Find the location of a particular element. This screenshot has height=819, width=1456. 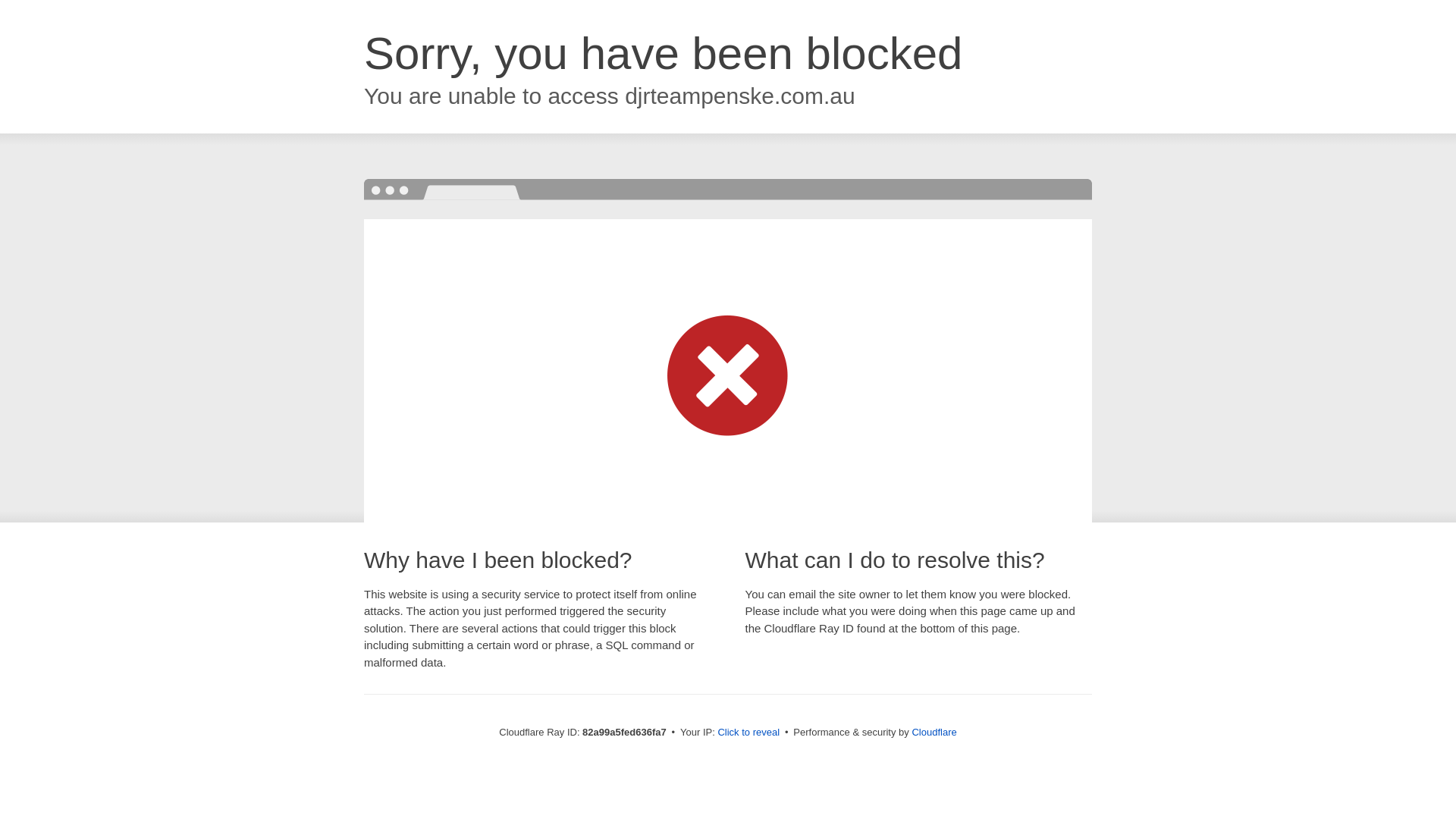

'Cloudflare' is located at coordinates (910, 731).